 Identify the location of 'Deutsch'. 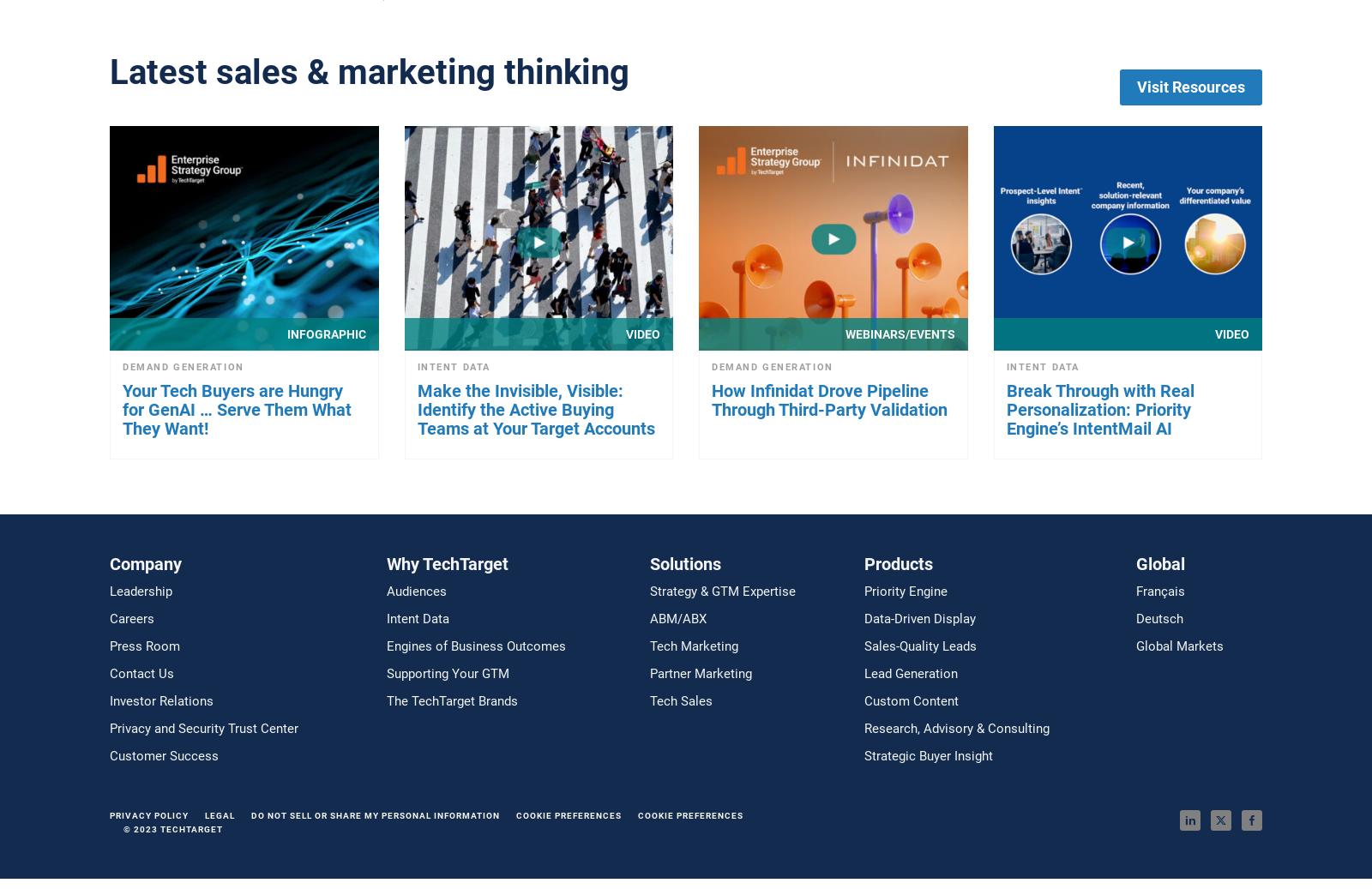
(1134, 618).